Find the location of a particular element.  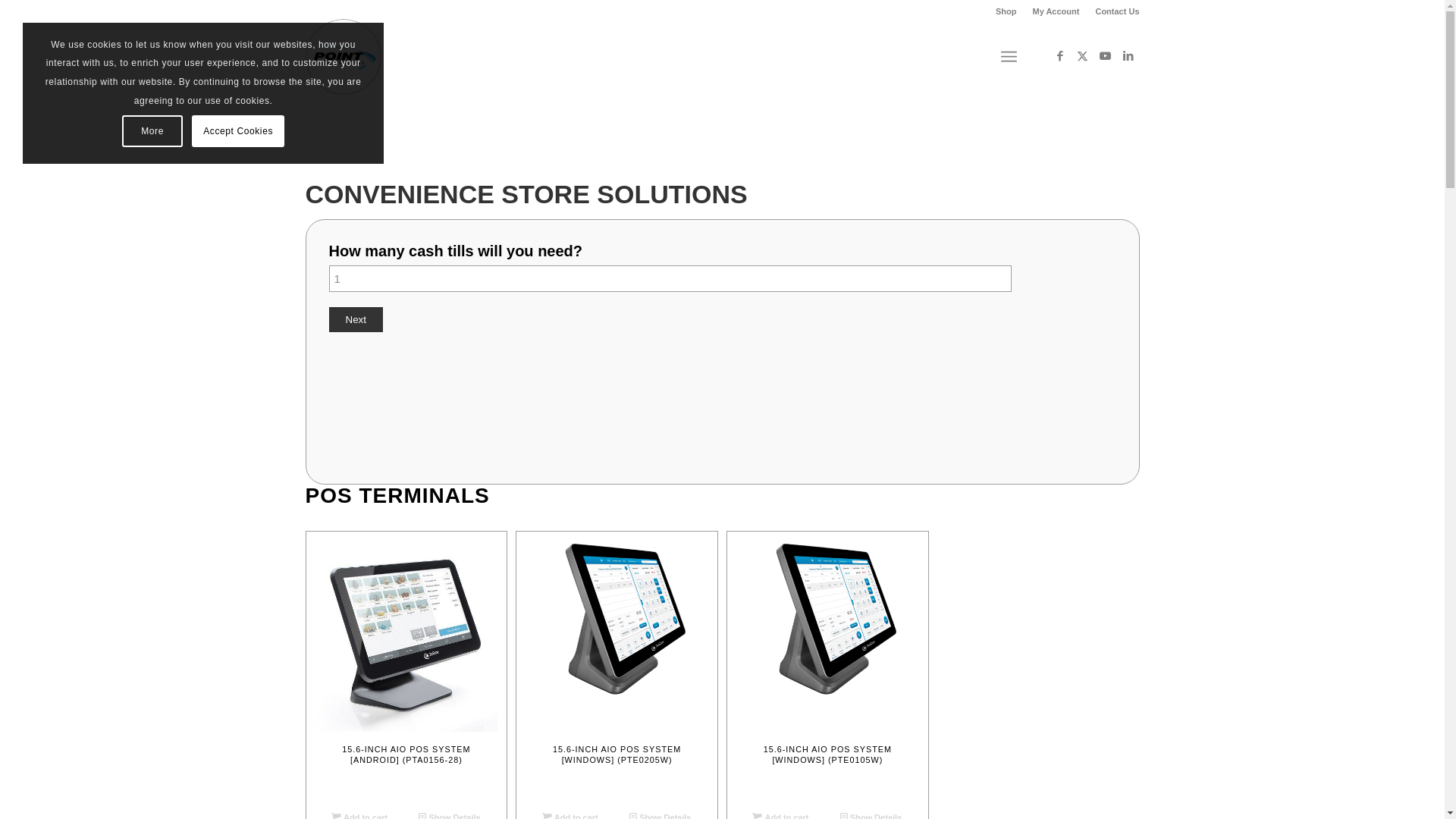

'My Account' is located at coordinates (1055, 11).